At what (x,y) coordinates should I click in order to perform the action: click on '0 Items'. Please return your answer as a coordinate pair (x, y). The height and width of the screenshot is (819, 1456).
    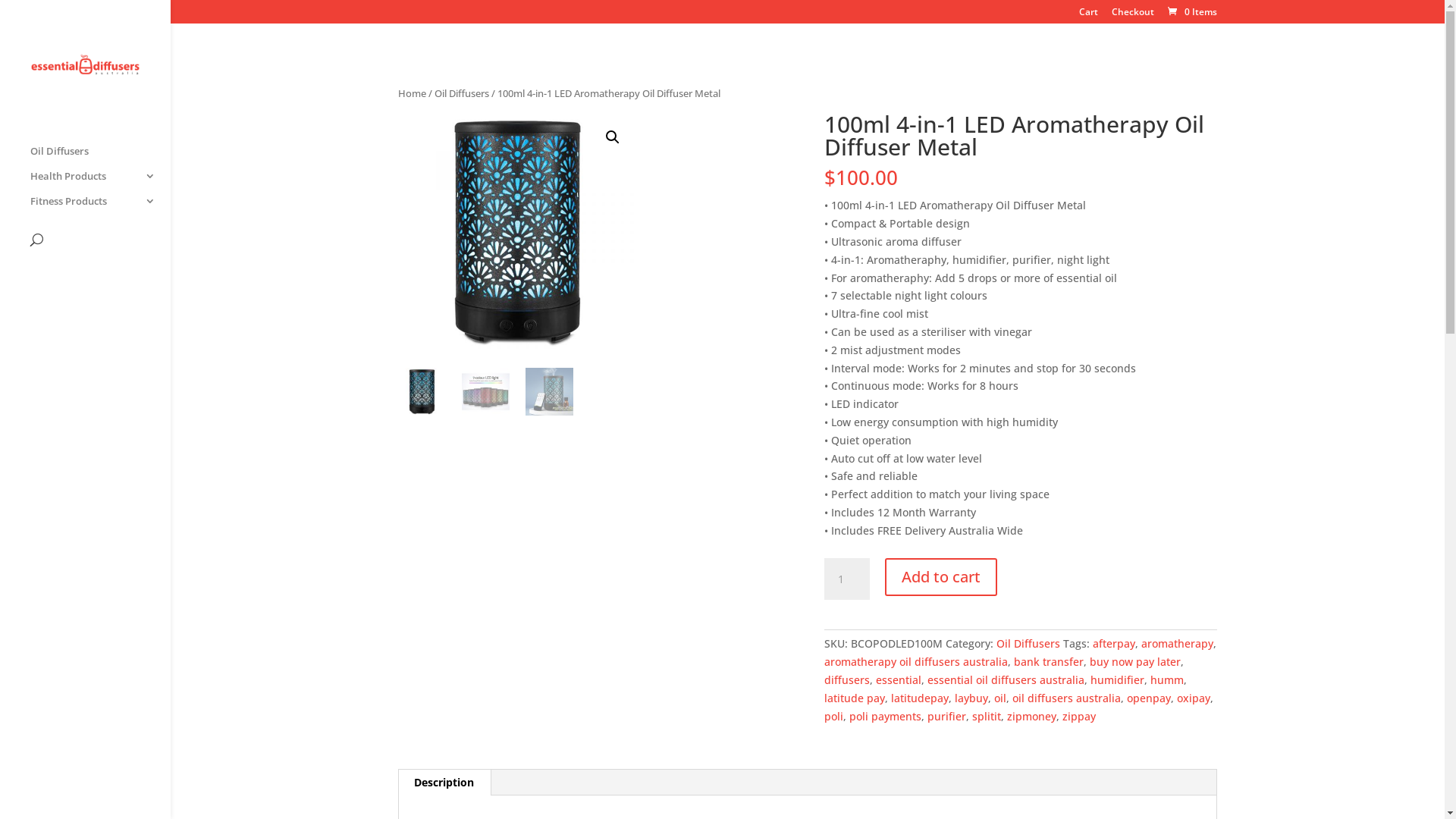
    Looking at the image, I should click on (1190, 11).